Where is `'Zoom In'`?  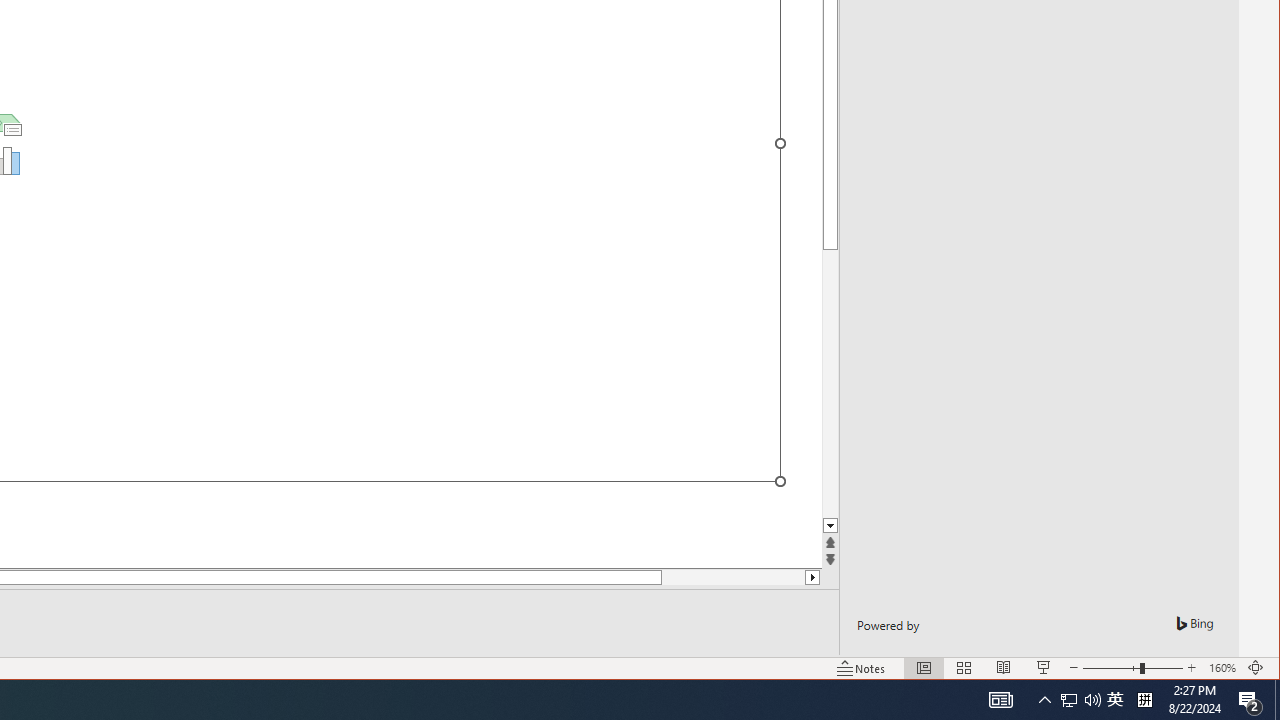 'Zoom In' is located at coordinates (1191, 668).